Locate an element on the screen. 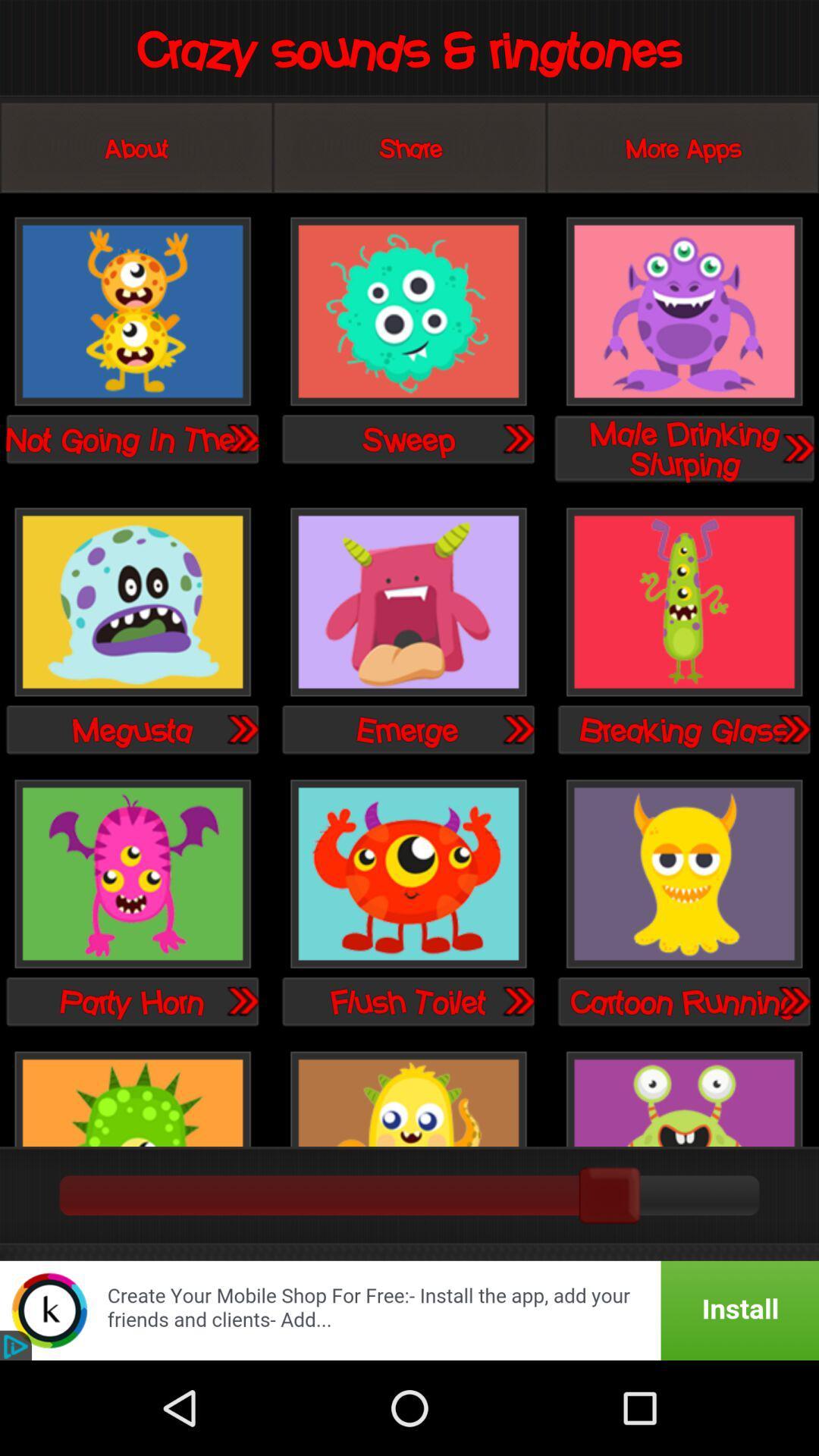  play option is located at coordinates (407, 312).